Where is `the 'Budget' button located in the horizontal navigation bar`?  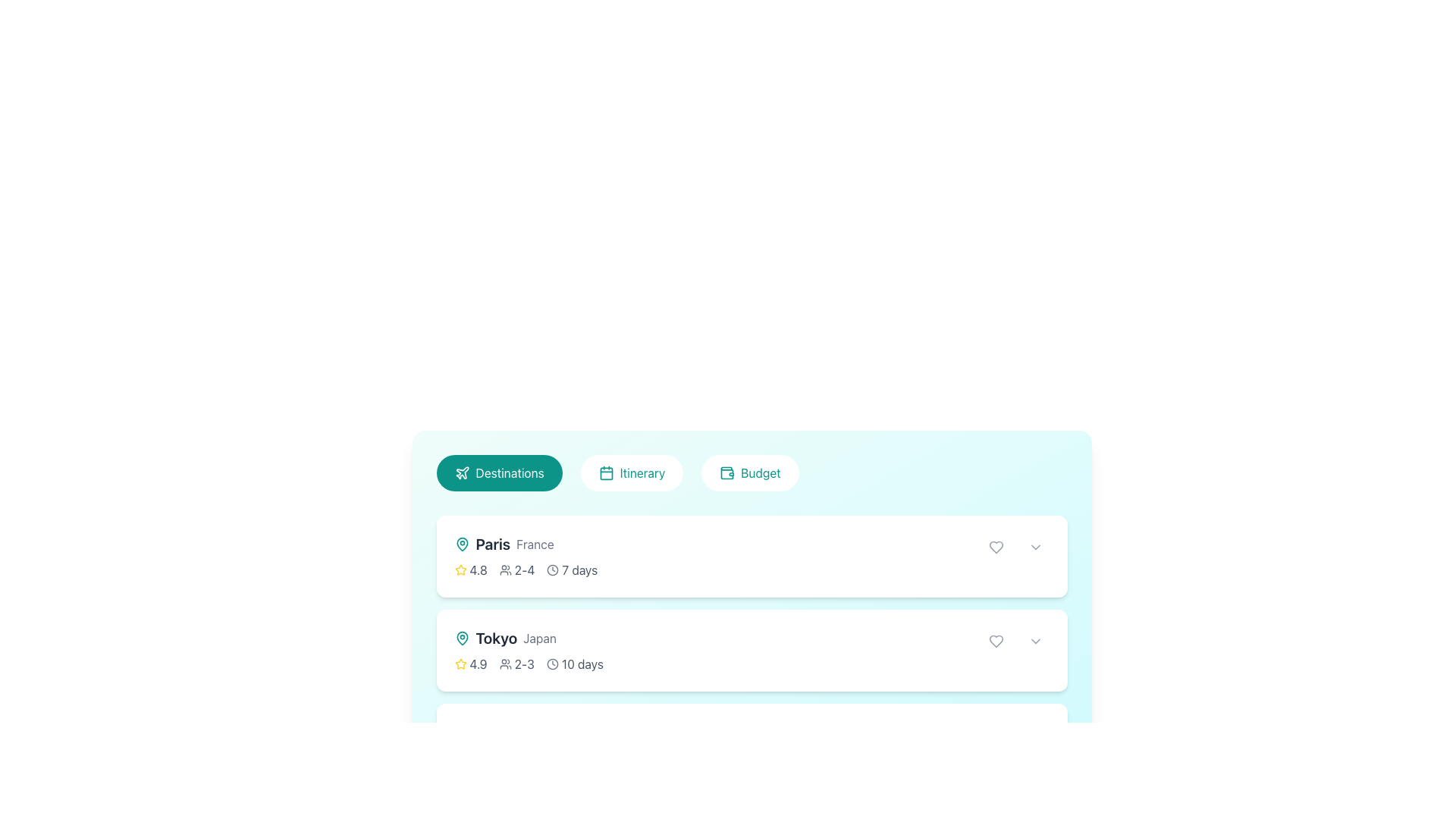
the 'Budget' button located in the horizontal navigation bar is located at coordinates (750, 472).